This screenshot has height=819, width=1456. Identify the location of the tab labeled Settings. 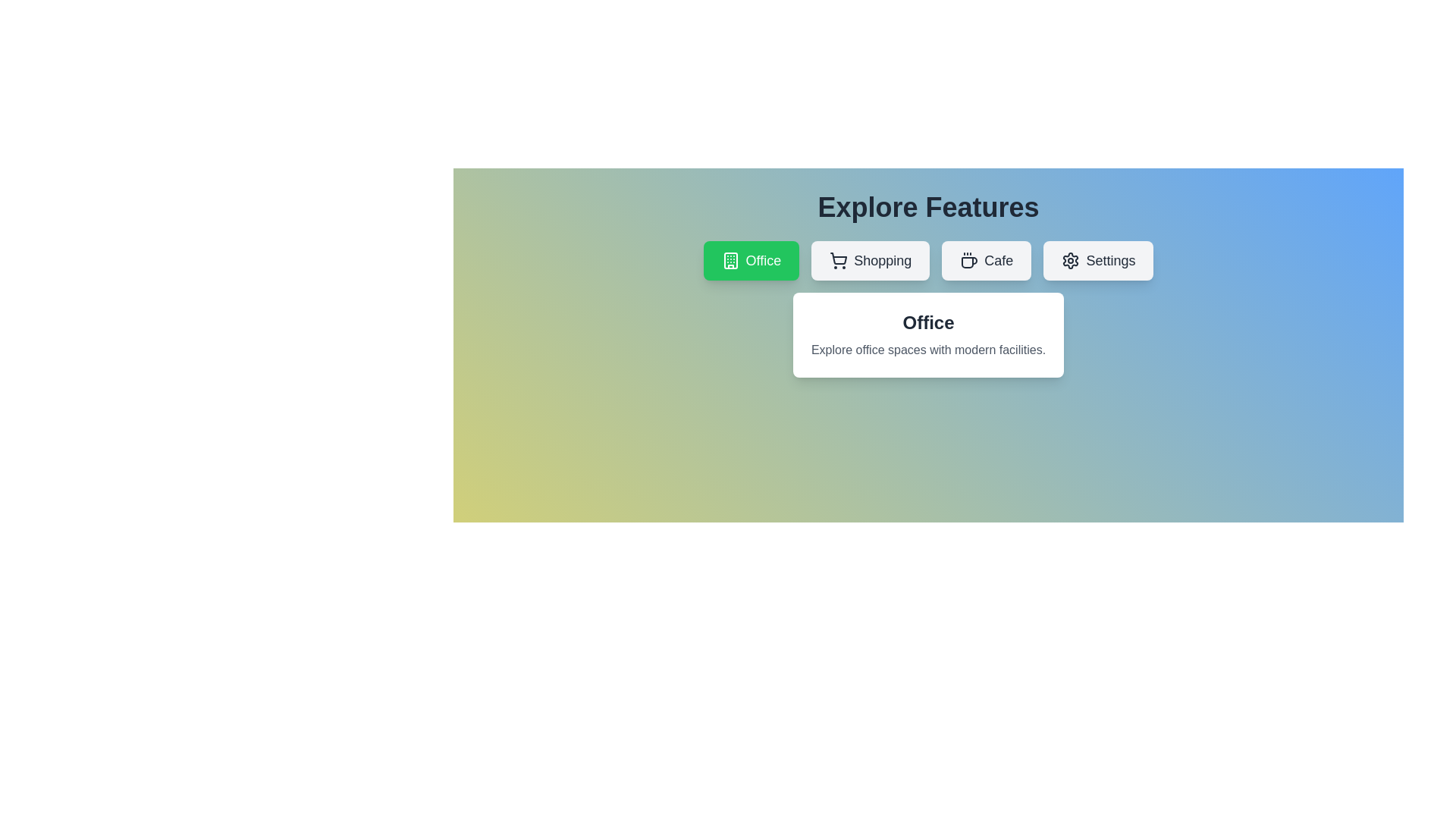
(1098, 259).